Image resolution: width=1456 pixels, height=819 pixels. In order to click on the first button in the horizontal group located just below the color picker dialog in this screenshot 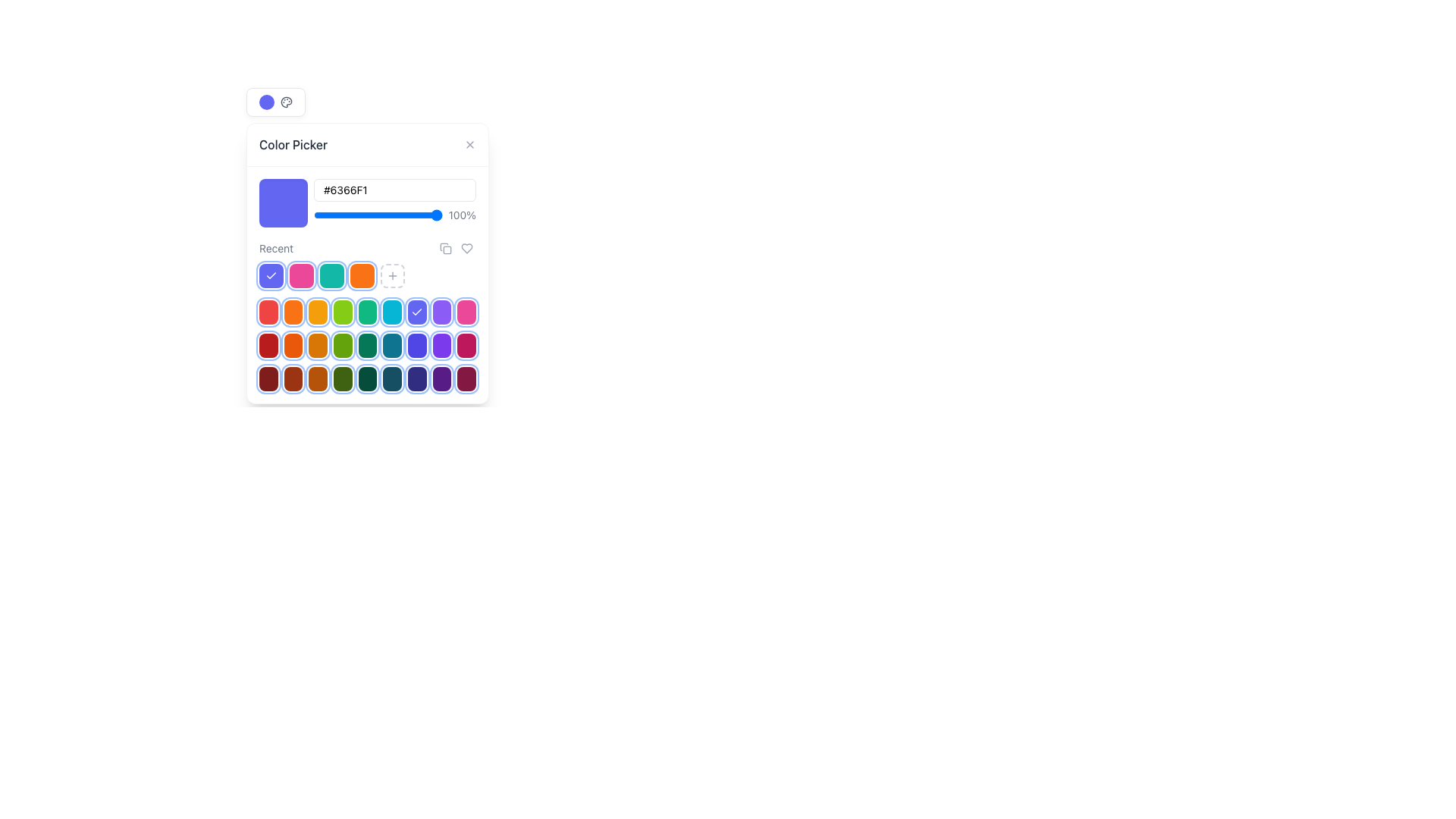, I will do `click(271, 275)`.